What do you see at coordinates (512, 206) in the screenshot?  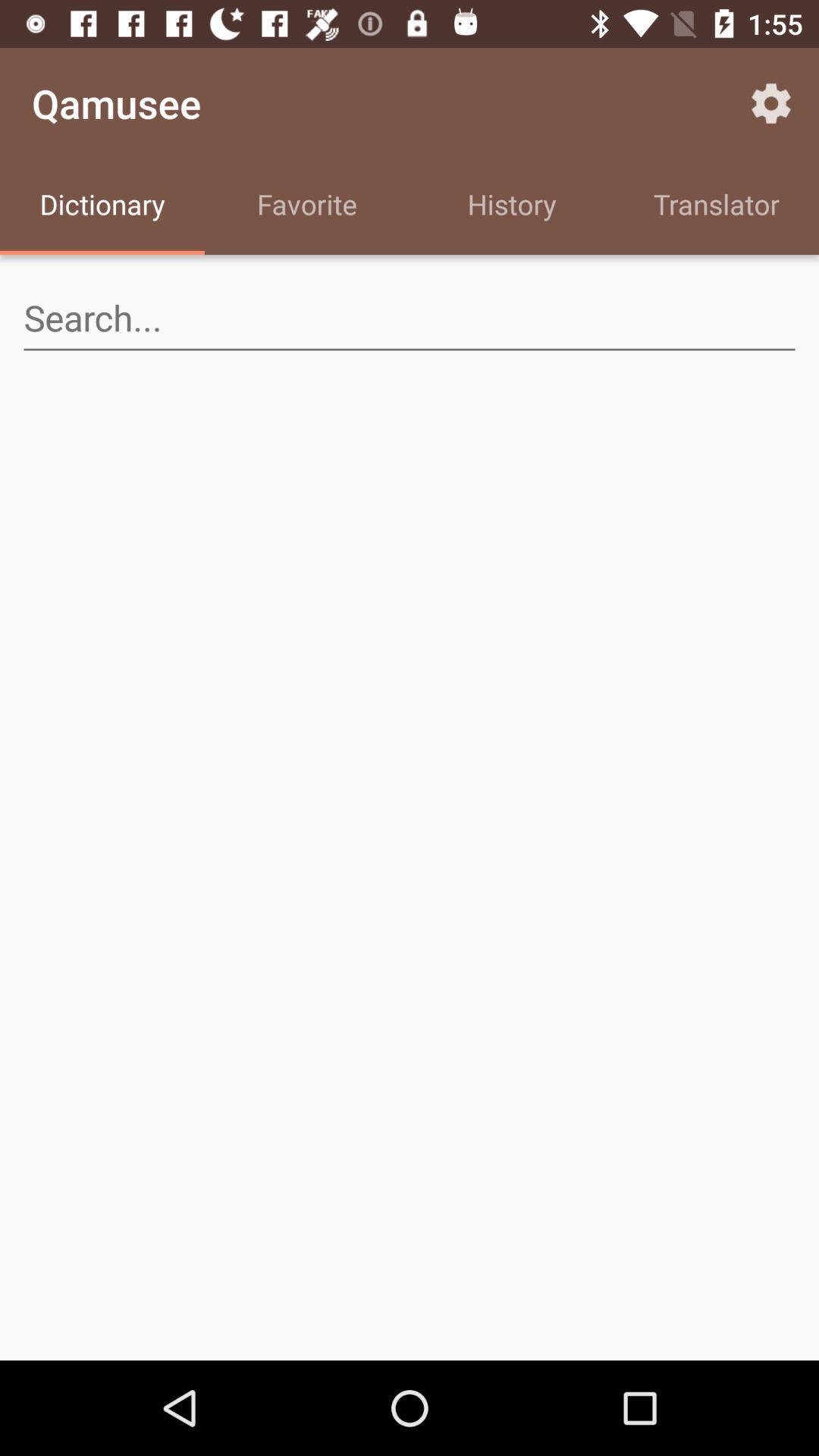 I see `the history` at bounding box center [512, 206].